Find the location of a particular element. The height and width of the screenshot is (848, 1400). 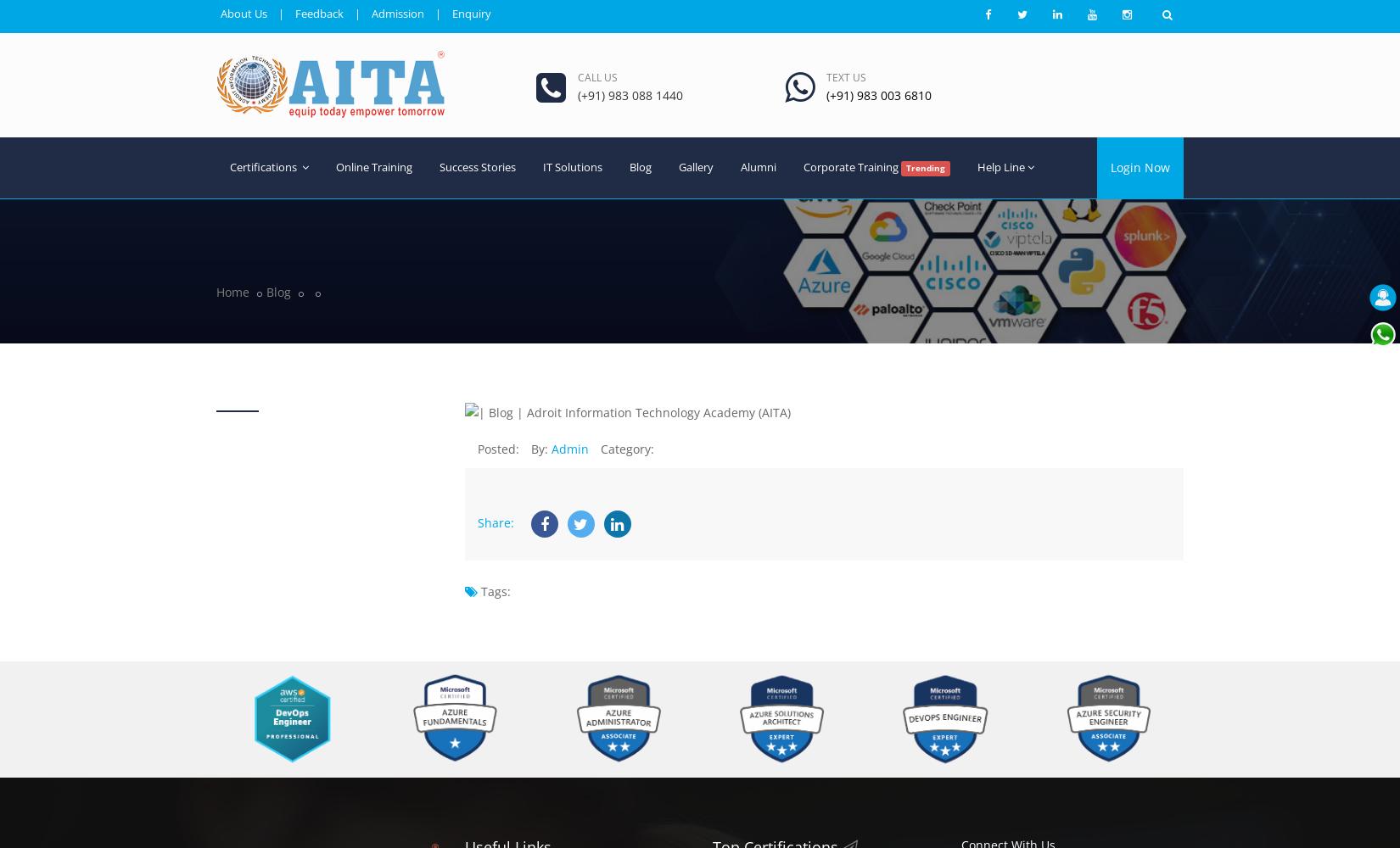

'Online Training' is located at coordinates (373, 165).